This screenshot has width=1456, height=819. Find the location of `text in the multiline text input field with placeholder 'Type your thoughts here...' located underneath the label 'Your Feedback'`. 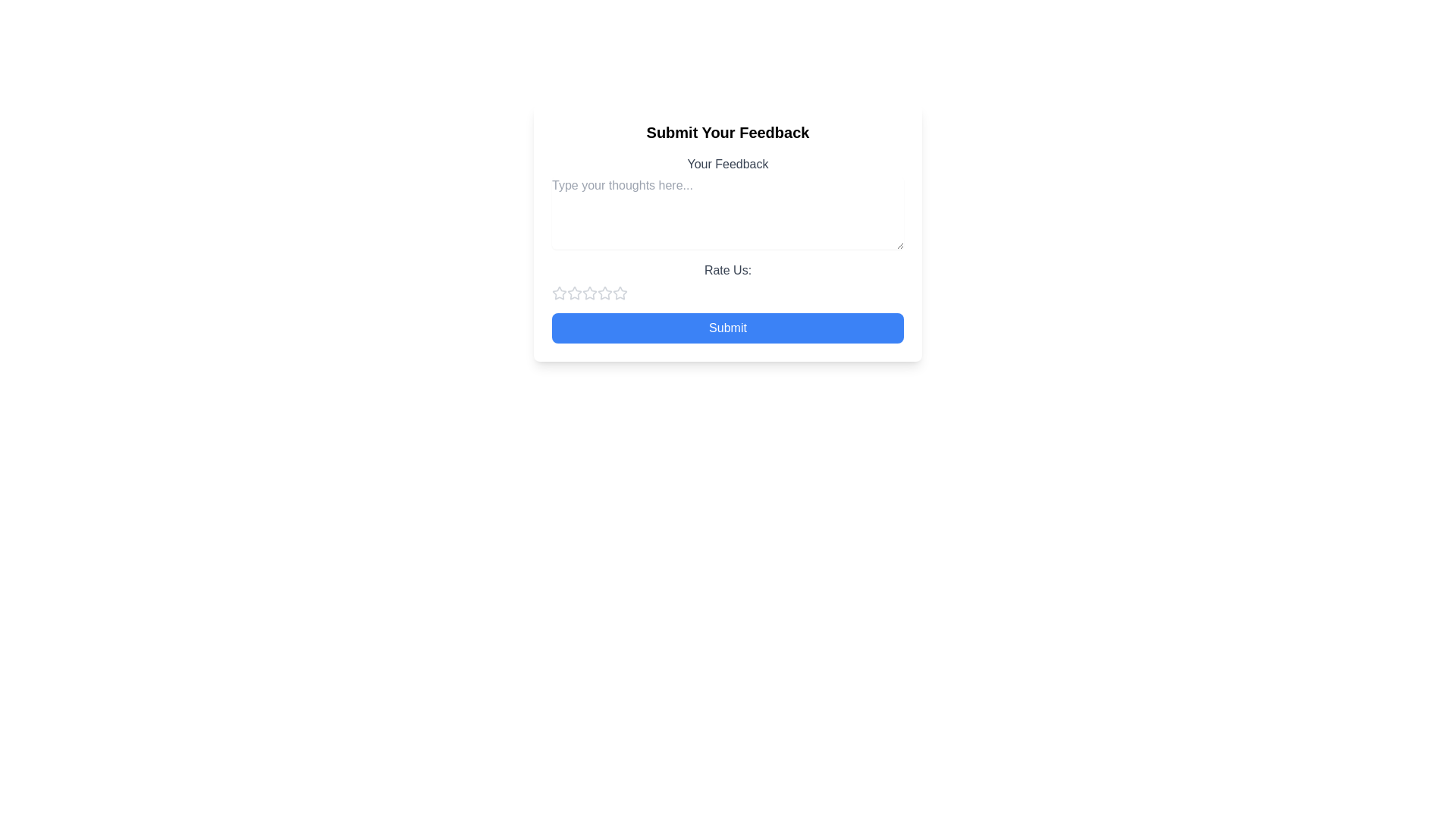

text in the multiline text input field with placeholder 'Type your thoughts here...' located underneath the label 'Your Feedback' is located at coordinates (728, 213).